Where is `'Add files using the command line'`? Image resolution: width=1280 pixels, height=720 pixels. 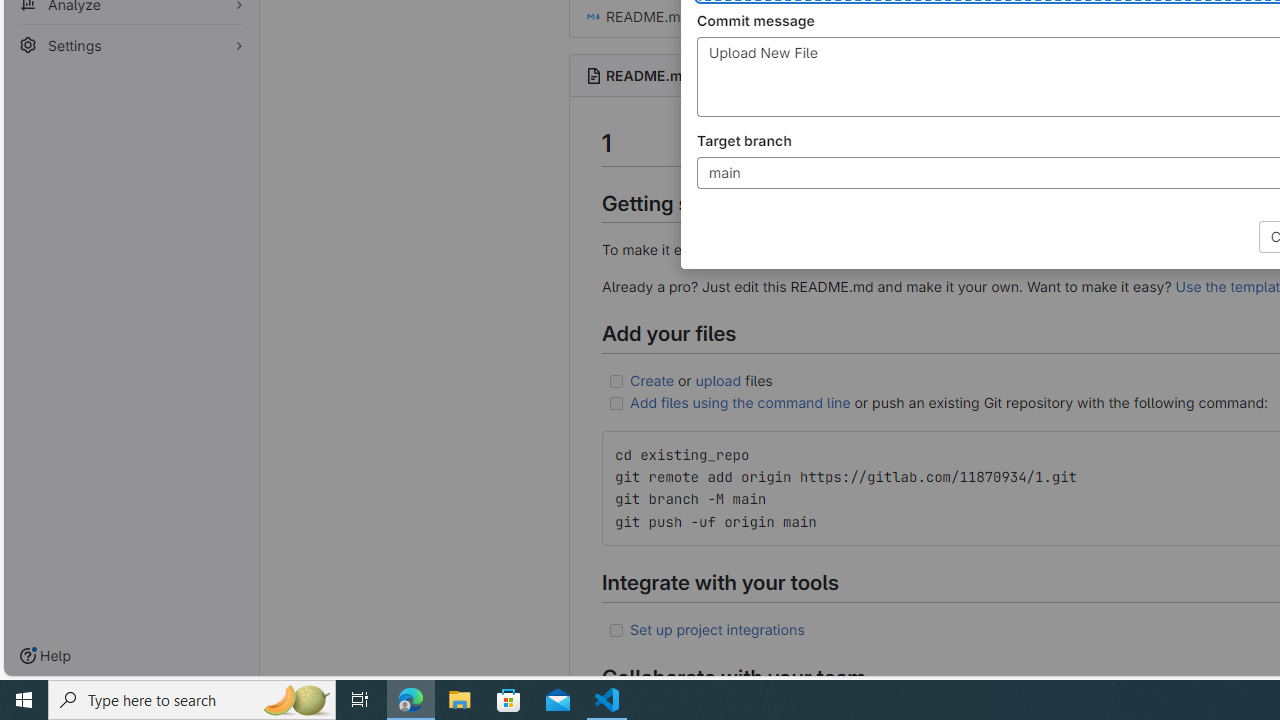
'Add files using the command line' is located at coordinates (739, 402).